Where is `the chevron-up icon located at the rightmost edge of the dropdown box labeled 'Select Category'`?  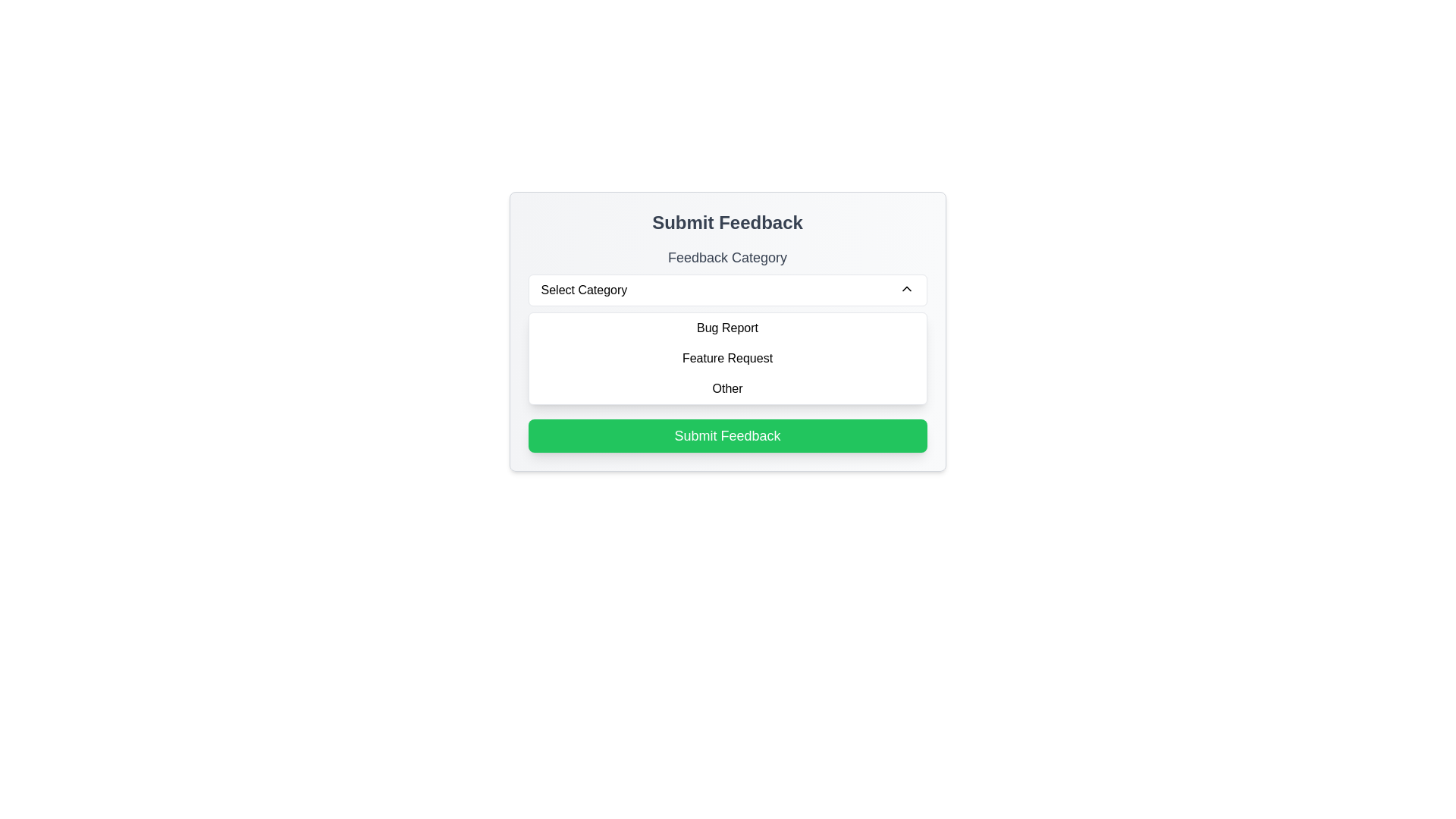
the chevron-up icon located at the rightmost edge of the dropdown box labeled 'Select Category' is located at coordinates (906, 289).